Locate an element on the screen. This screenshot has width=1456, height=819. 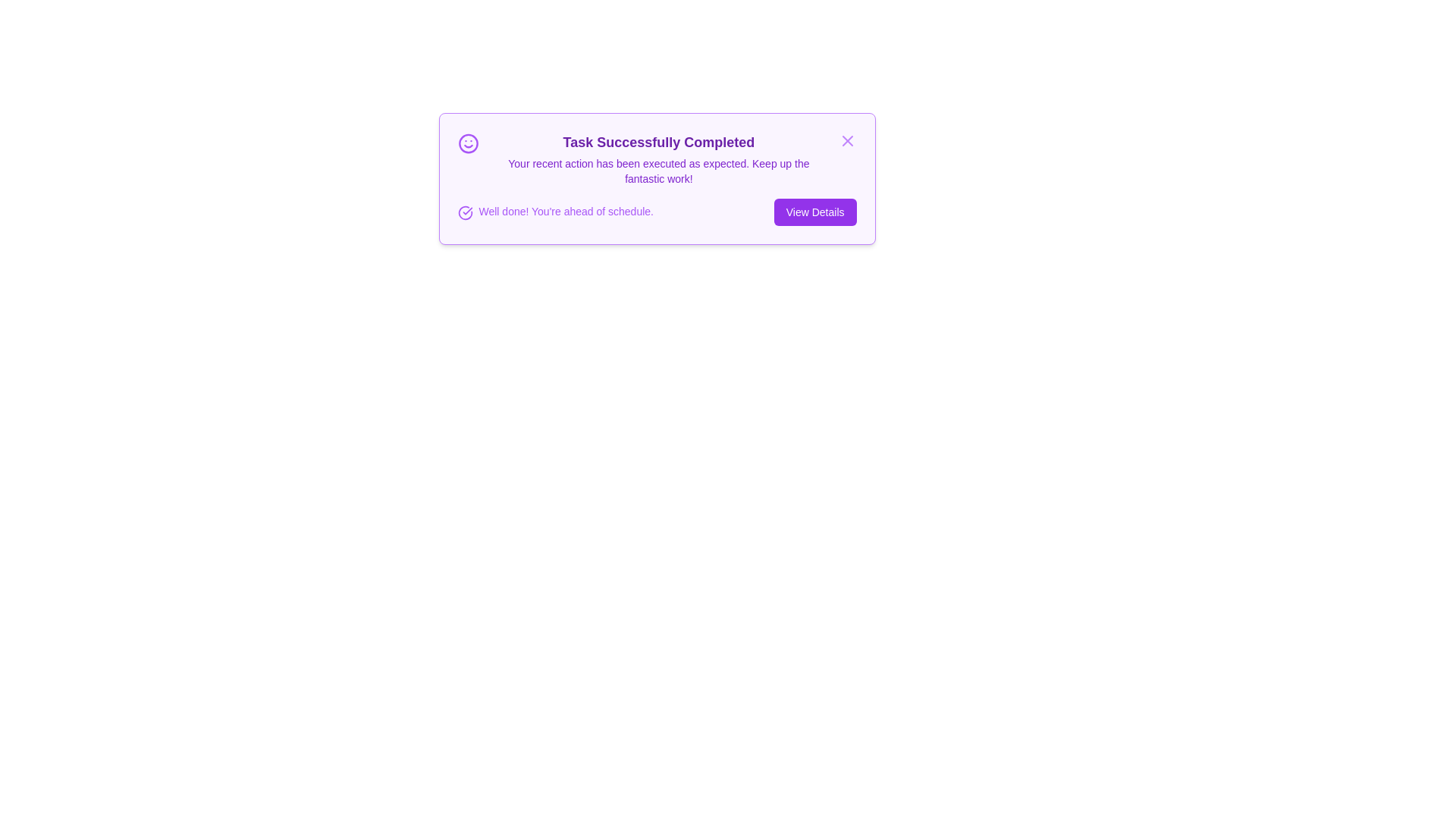
the 'View Details' button to navigate to additional details is located at coordinates (814, 212).